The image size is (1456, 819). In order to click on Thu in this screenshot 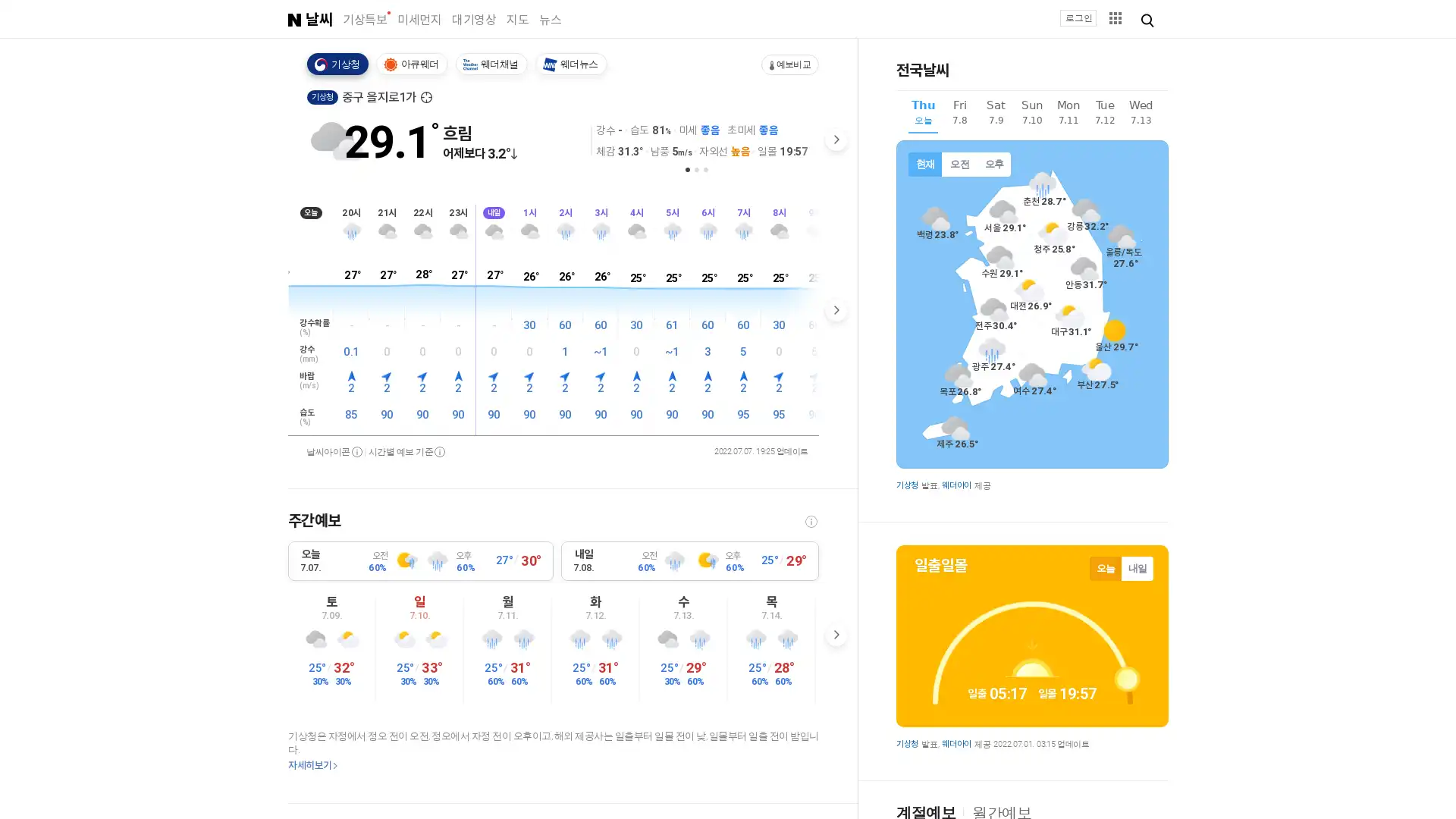, I will do `click(922, 115)`.